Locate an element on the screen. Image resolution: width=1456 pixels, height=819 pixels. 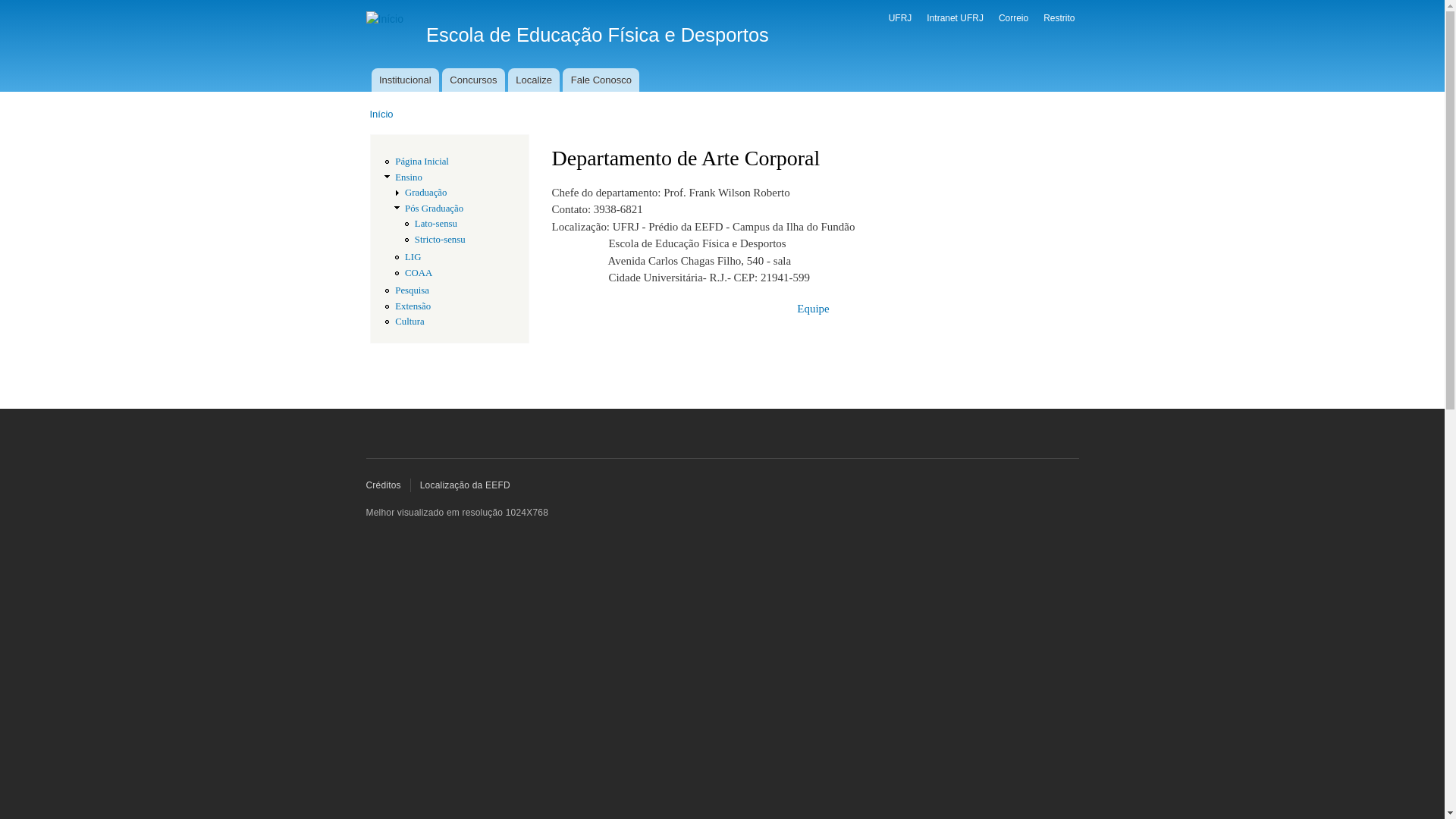
'Pesquisa' is located at coordinates (412, 290).